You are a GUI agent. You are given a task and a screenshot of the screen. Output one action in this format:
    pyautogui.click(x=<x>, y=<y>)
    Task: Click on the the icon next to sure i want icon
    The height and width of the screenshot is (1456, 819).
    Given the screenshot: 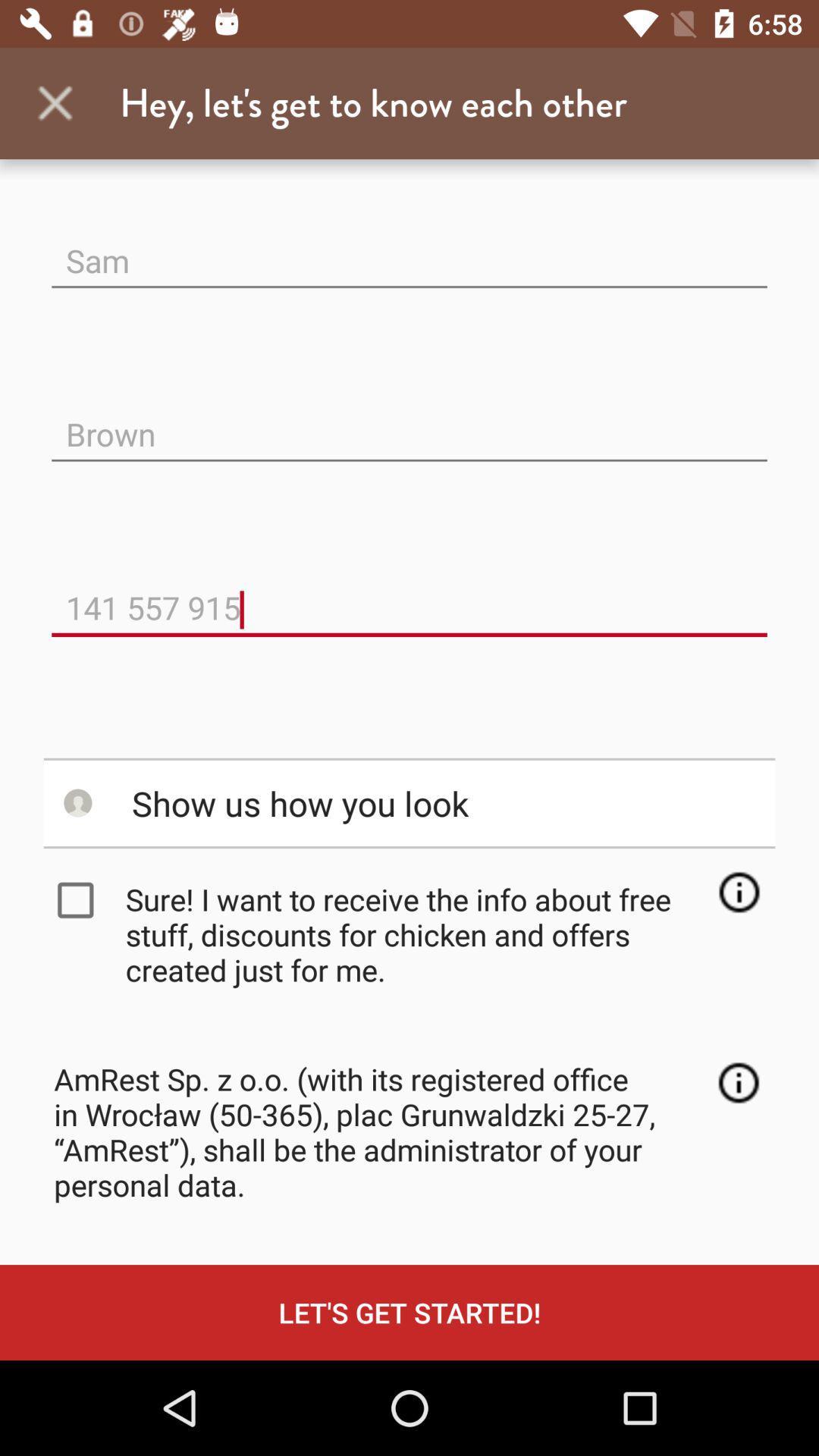 What is the action you would take?
    pyautogui.click(x=79, y=900)
    